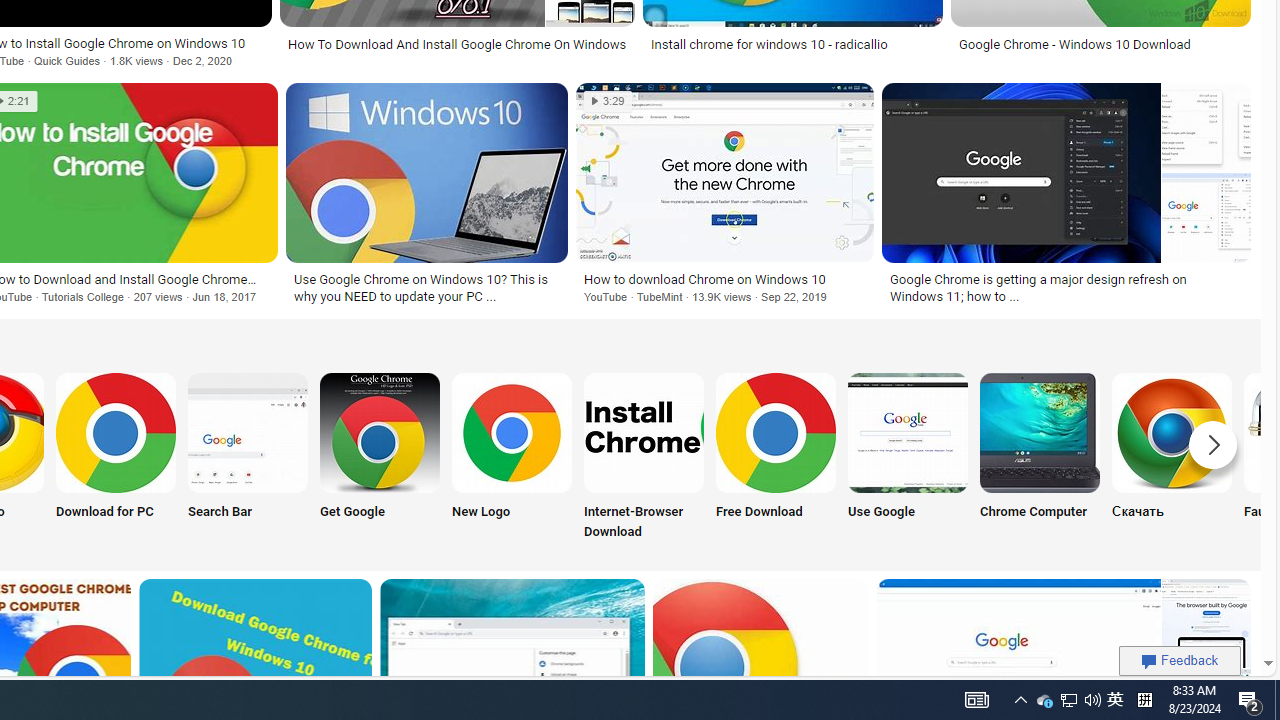 The height and width of the screenshot is (720, 1280). I want to click on 'How To Download And Install Google Chrome On Windows', so click(456, 44).